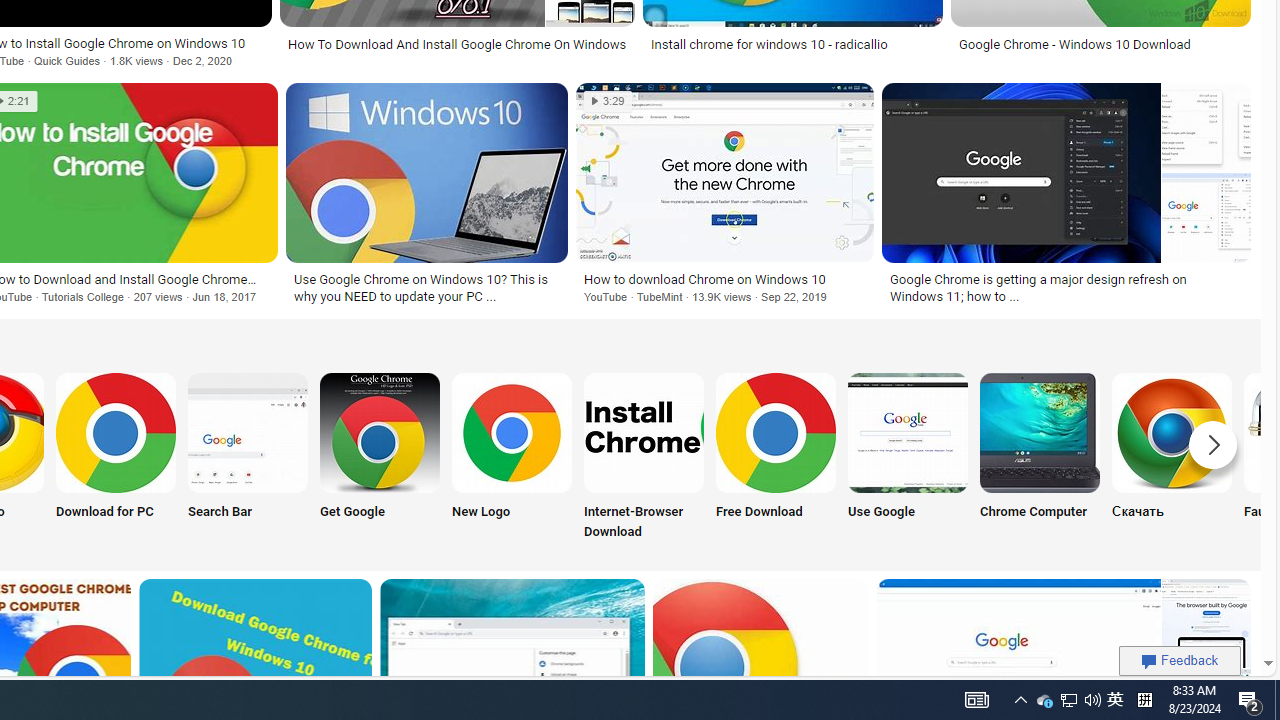 The height and width of the screenshot is (720, 1280). I want to click on 'How To Download And Install Google Chrome On Windows', so click(456, 44).